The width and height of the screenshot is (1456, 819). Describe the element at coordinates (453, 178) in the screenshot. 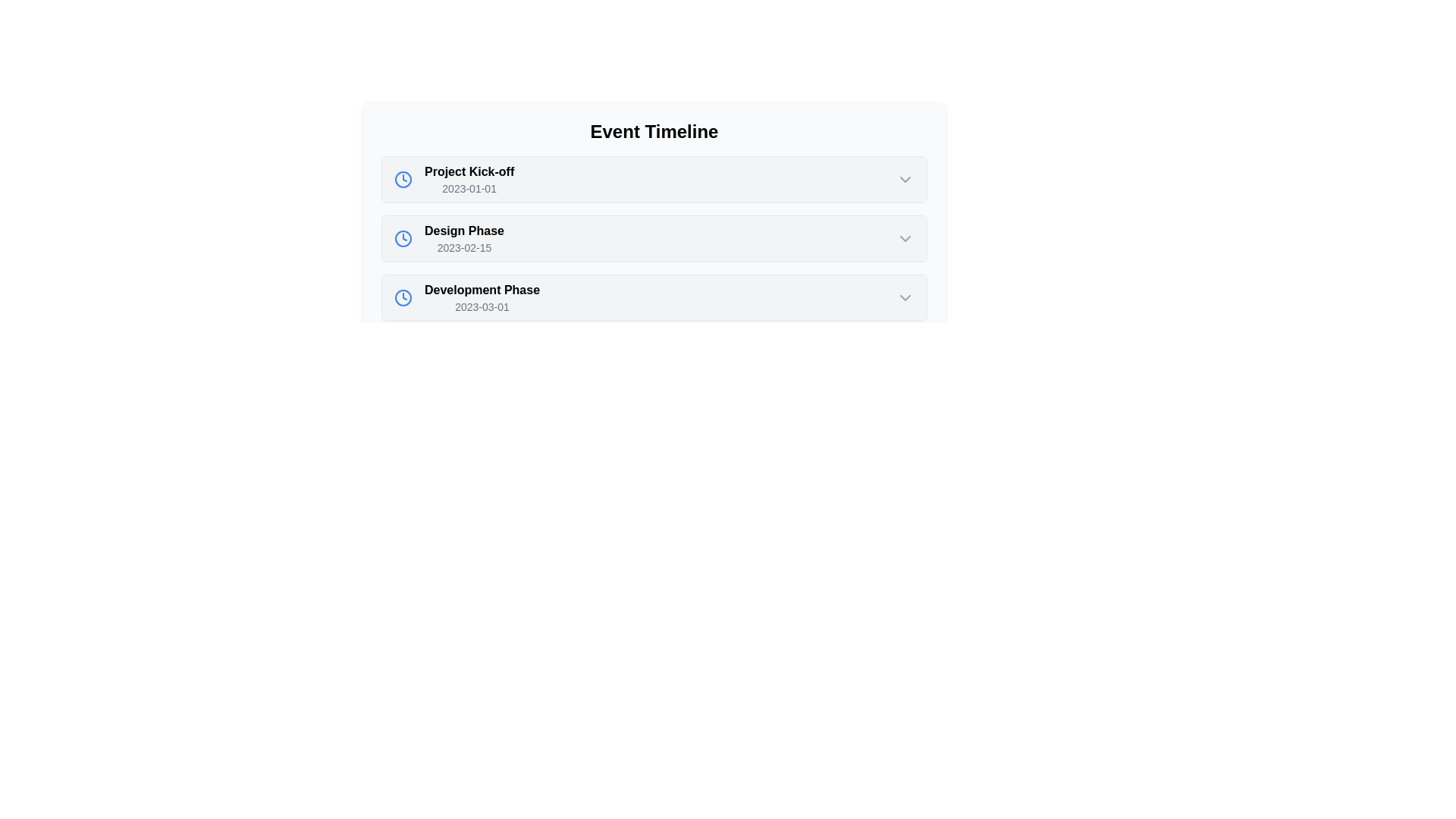

I see `the first timeline event item labeled 'Project Kick-off' with the date '2023-01-01' to focus or select it` at that location.